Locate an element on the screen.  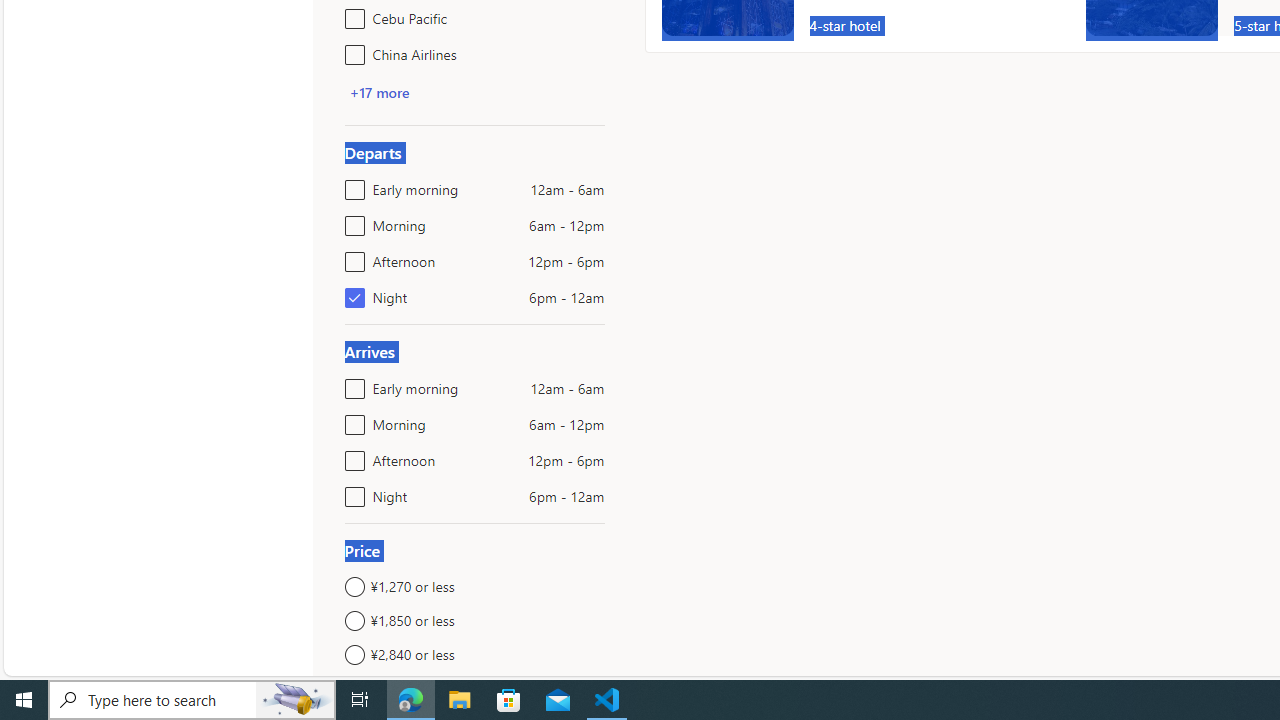
'Night6pm - 12am' is located at coordinates (351, 492).